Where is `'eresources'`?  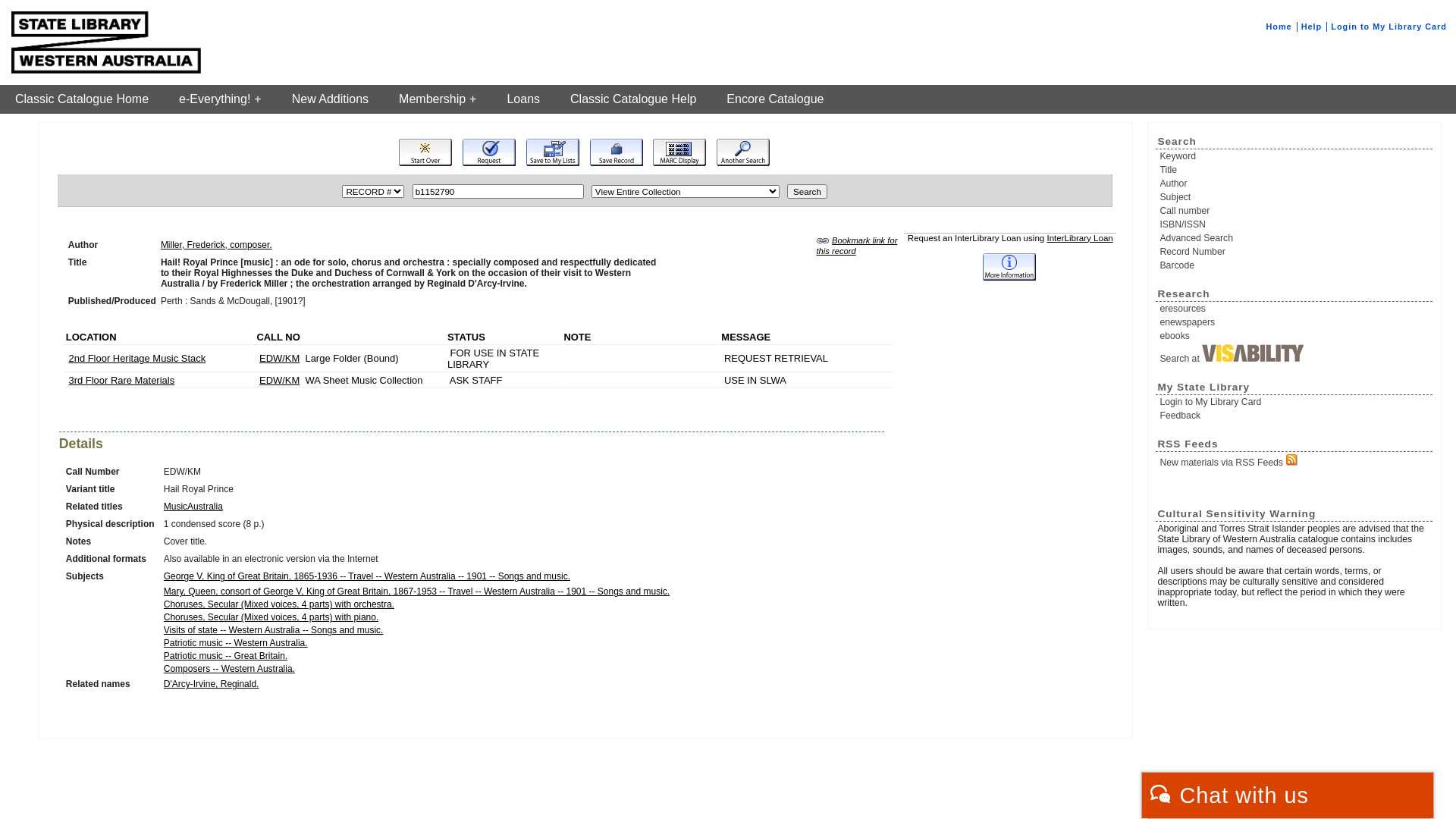 'eresources' is located at coordinates (1294, 308).